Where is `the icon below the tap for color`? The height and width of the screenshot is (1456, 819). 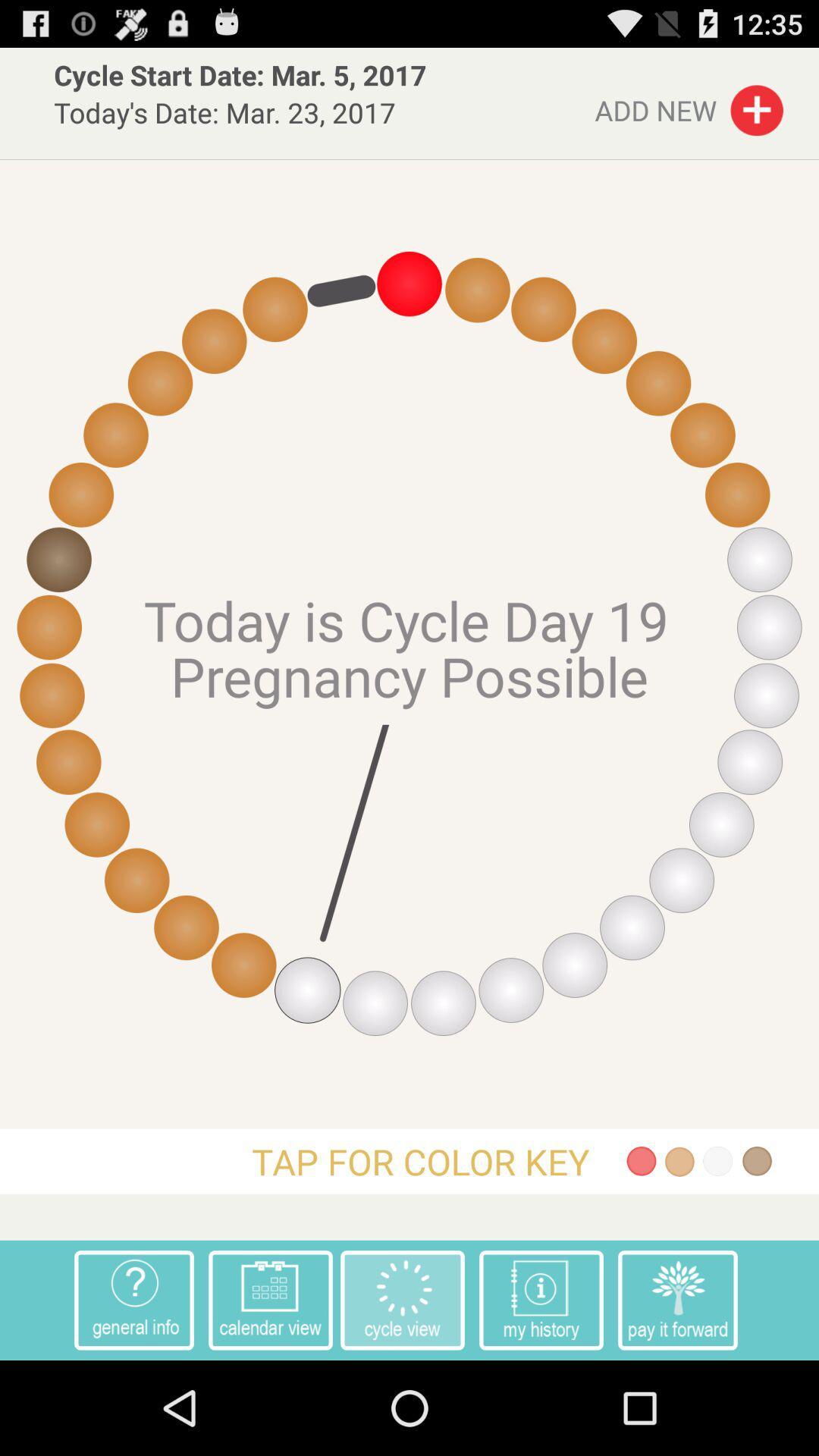
the icon below the tap for color is located at coordinates (270, 1299).